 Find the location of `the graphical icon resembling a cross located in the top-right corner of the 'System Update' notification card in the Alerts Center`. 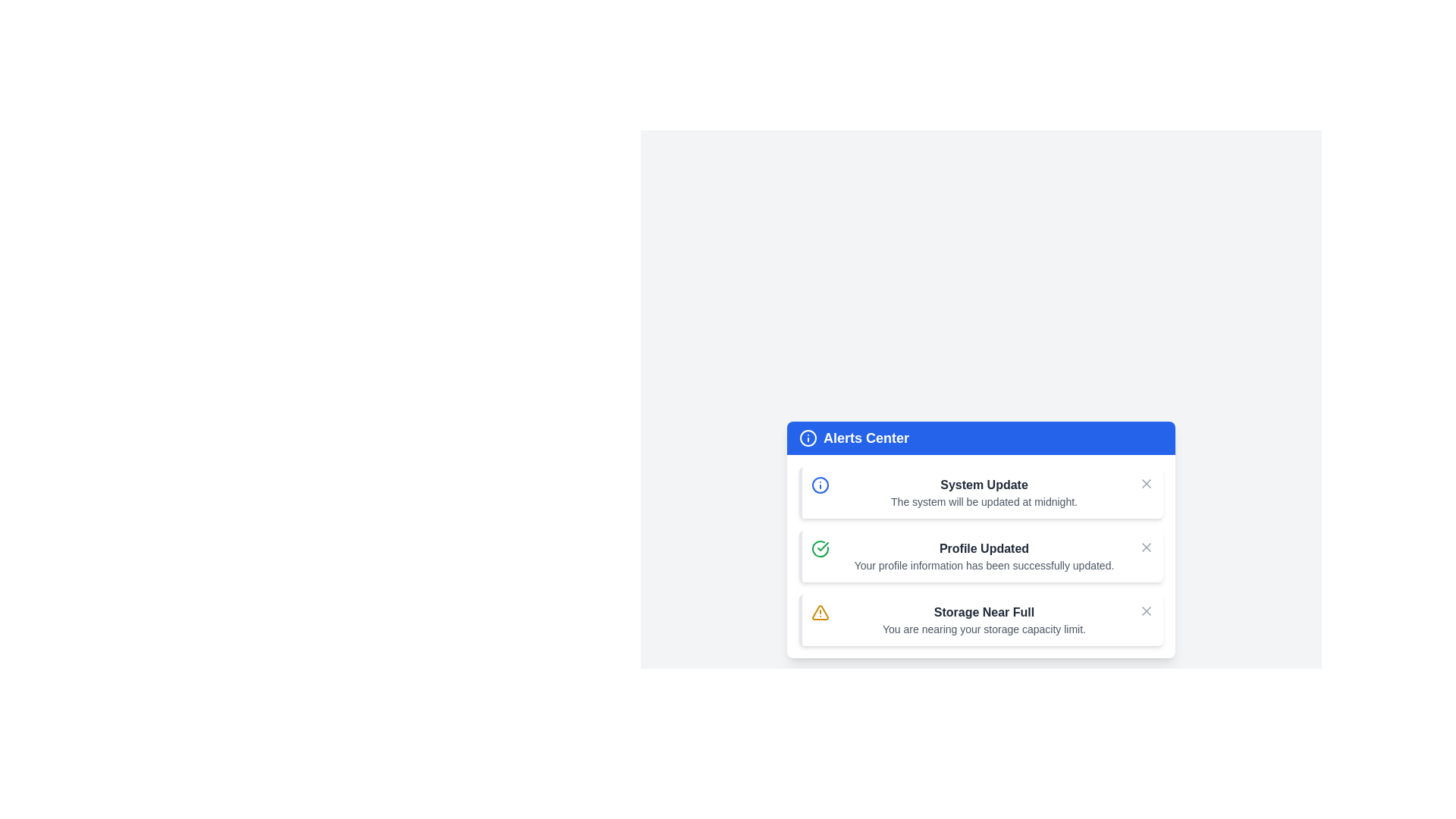

the graphical icon resembling a cross located in the top-right corner of the 'System Update' notification card in the Alerts Center is located at coordinates (1147, 610).